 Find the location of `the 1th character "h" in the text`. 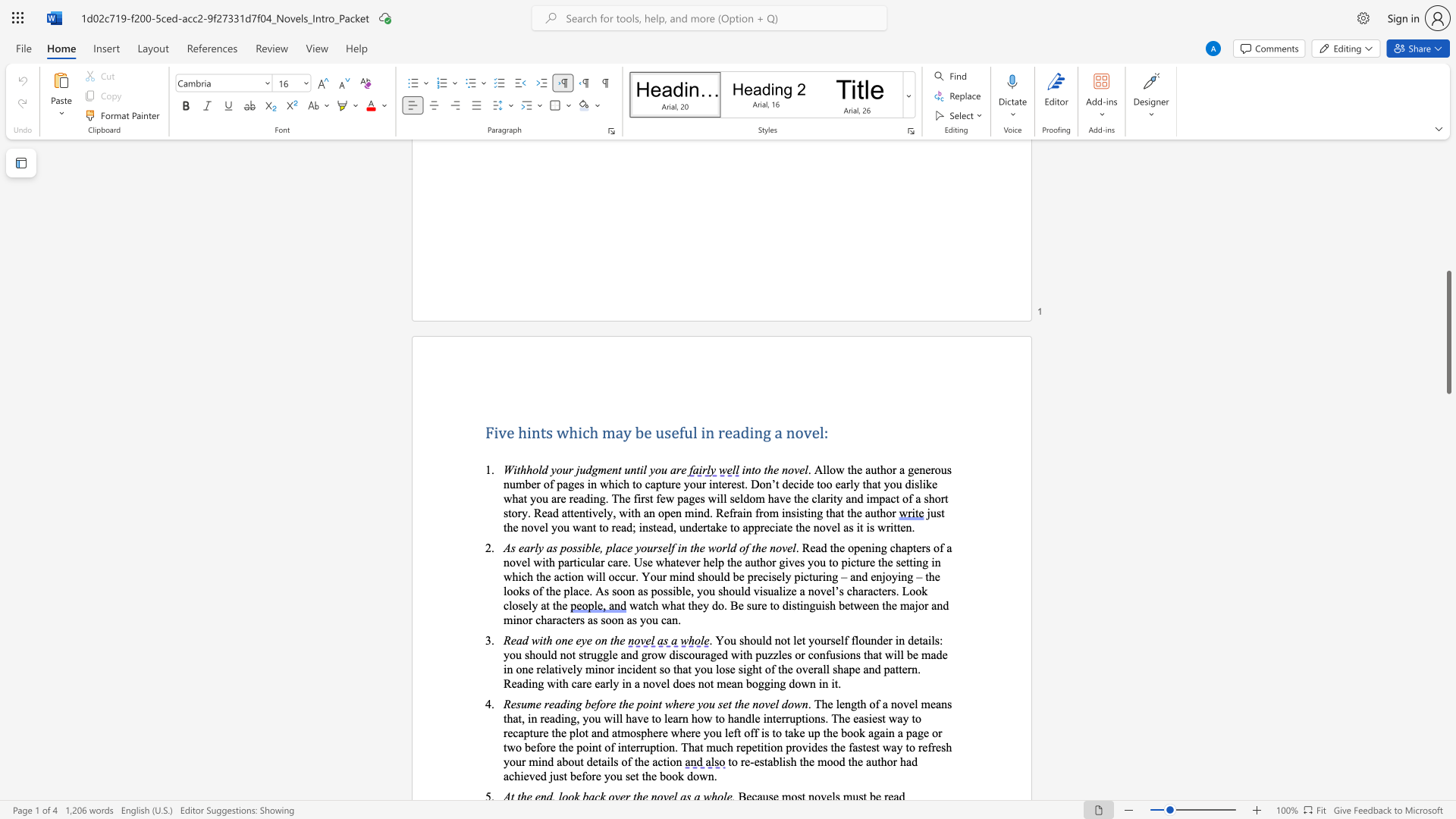

the 1th character "h" in the text is located at coordinates (869, 484).